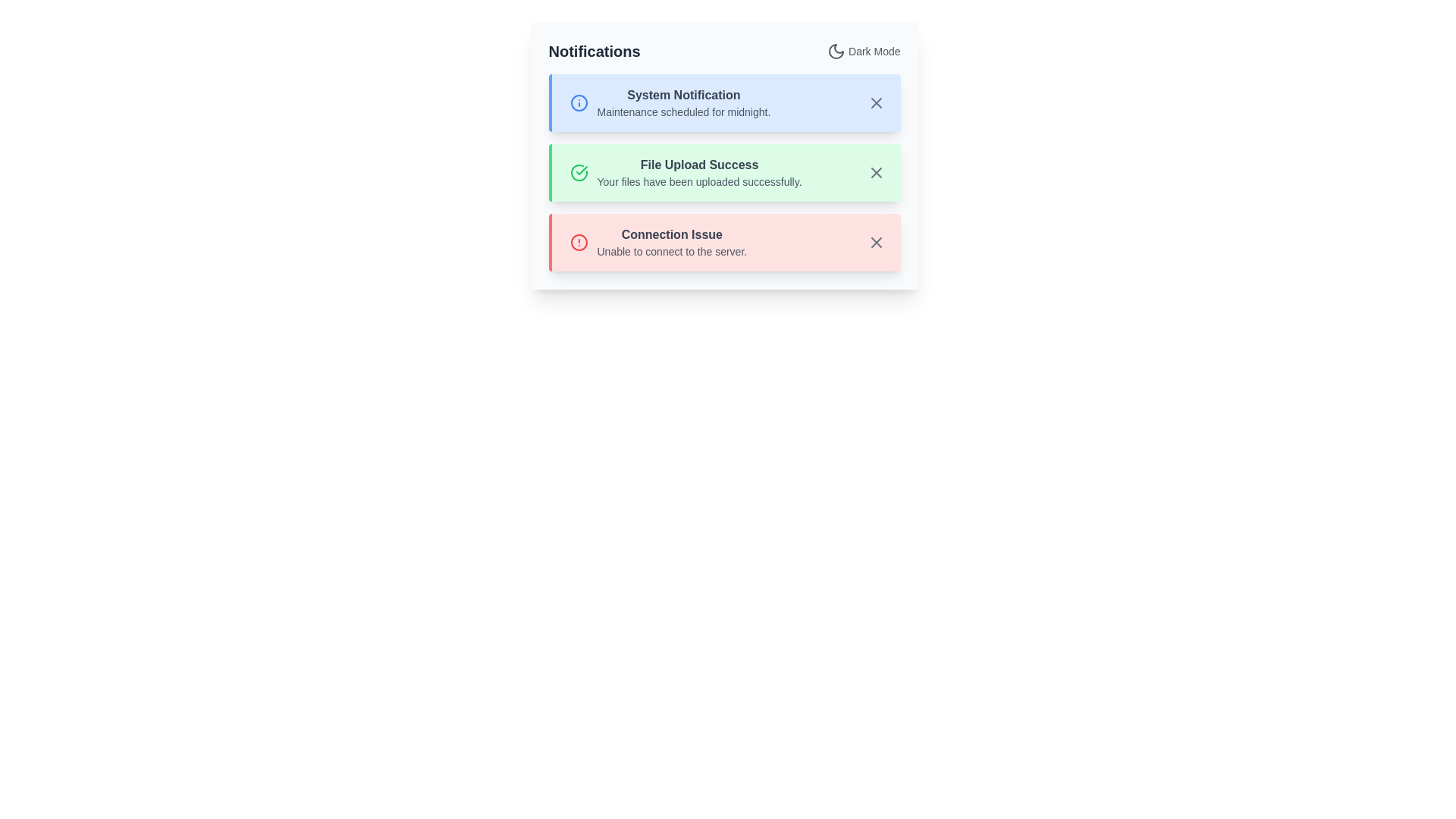 The width and height of the screenshot is (1456, 819). I want to click on notification text which displays 'Connection Issue' and 'Unable to connect to the server.', so click(671, 242).